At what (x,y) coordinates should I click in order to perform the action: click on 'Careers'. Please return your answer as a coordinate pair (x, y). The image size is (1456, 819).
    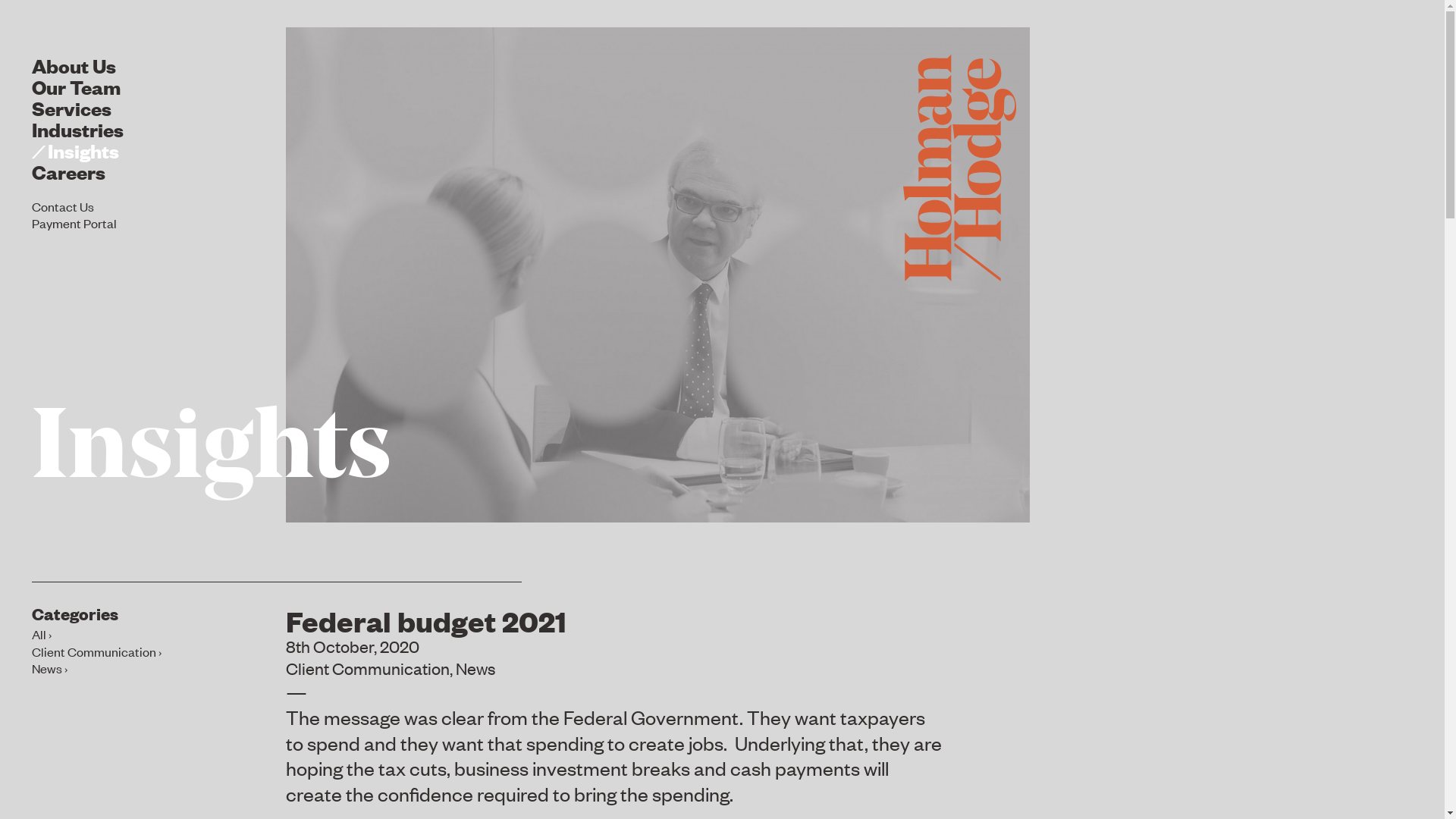
    Looking at the image, I should click on (67, 171).